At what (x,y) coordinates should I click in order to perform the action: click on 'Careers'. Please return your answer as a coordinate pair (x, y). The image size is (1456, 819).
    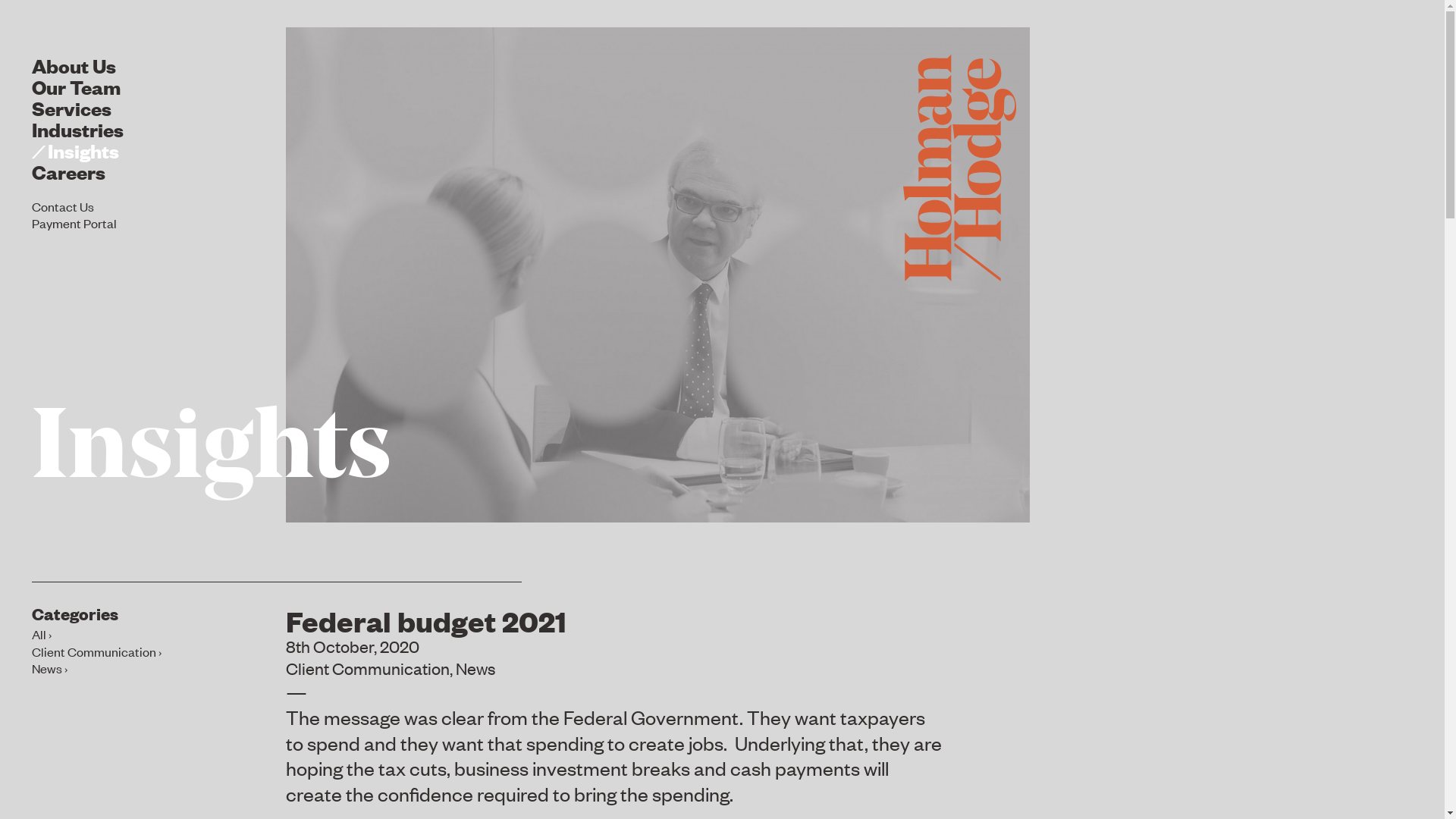
    Looking at the image, I should click on (67, 171).